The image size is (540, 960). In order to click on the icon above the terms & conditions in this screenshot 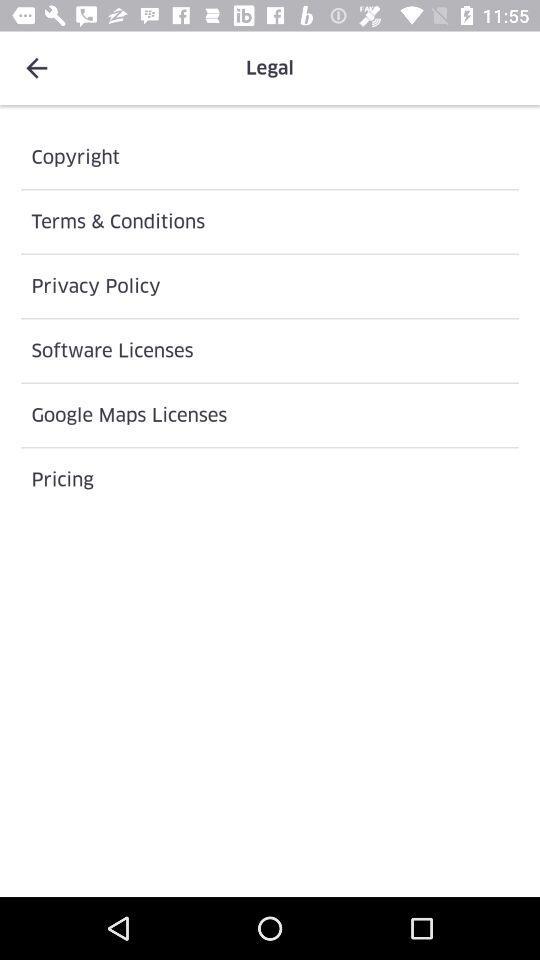, I will do `click(270, 156)`.